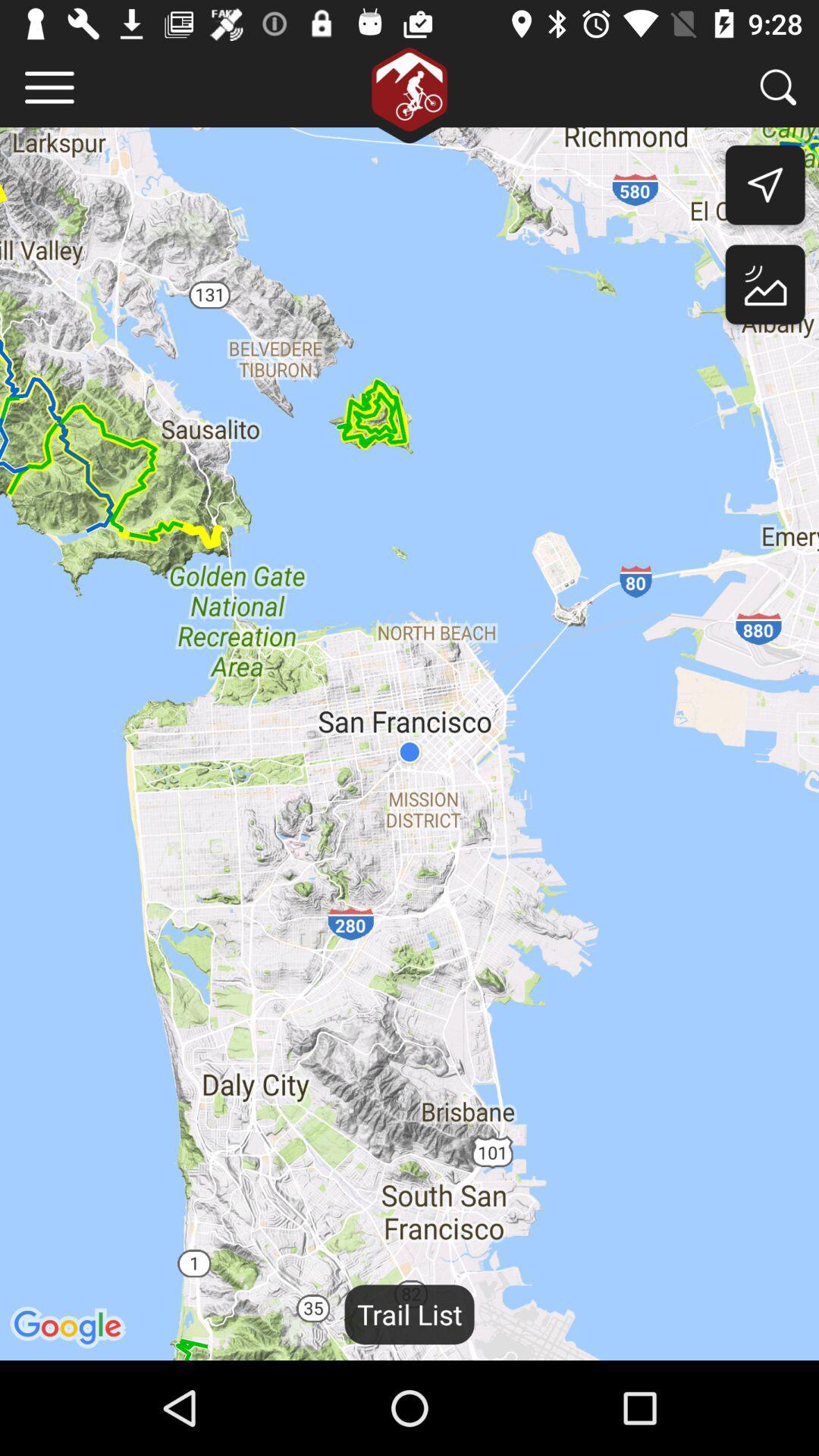 The width and height of the screenshot is (819, 1456). What do you see at coordinates (778, 86) in the screenshot?
I see `magnify` at bounding box center [778, 86].